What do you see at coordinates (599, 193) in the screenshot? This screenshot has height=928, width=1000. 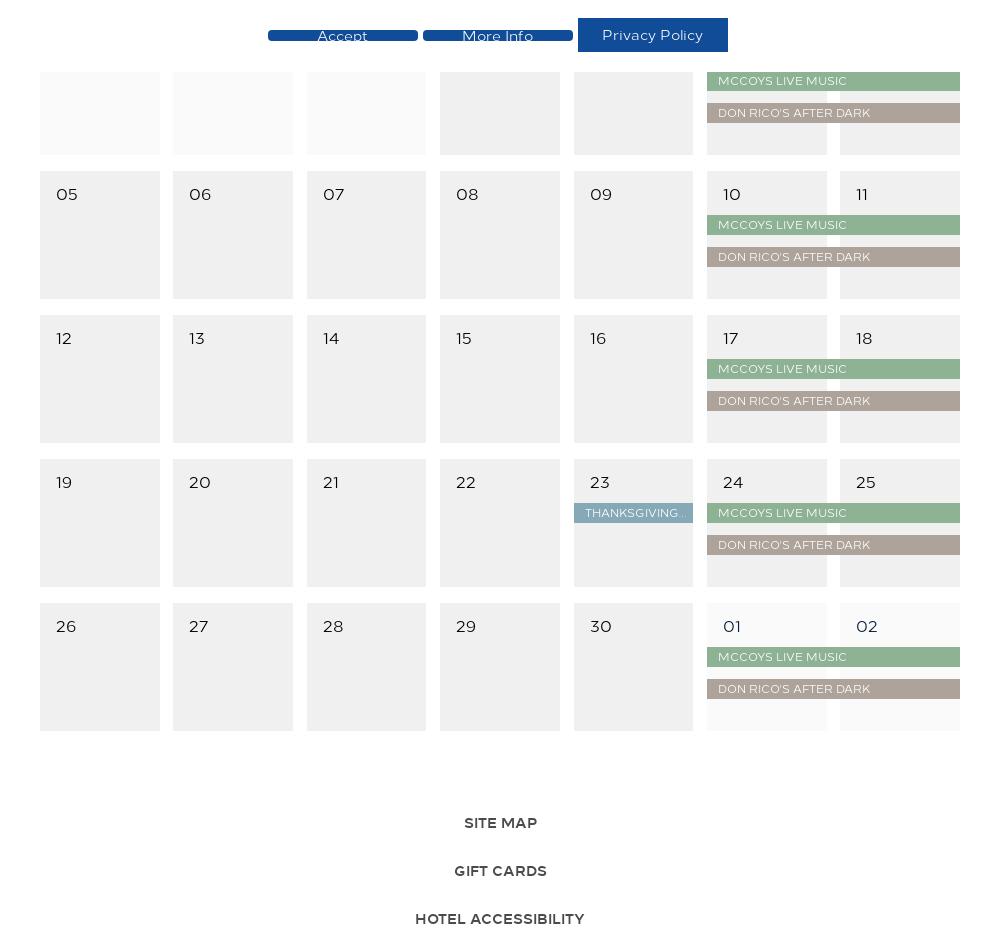 I see `'09'` at bounding box center [599, 193].